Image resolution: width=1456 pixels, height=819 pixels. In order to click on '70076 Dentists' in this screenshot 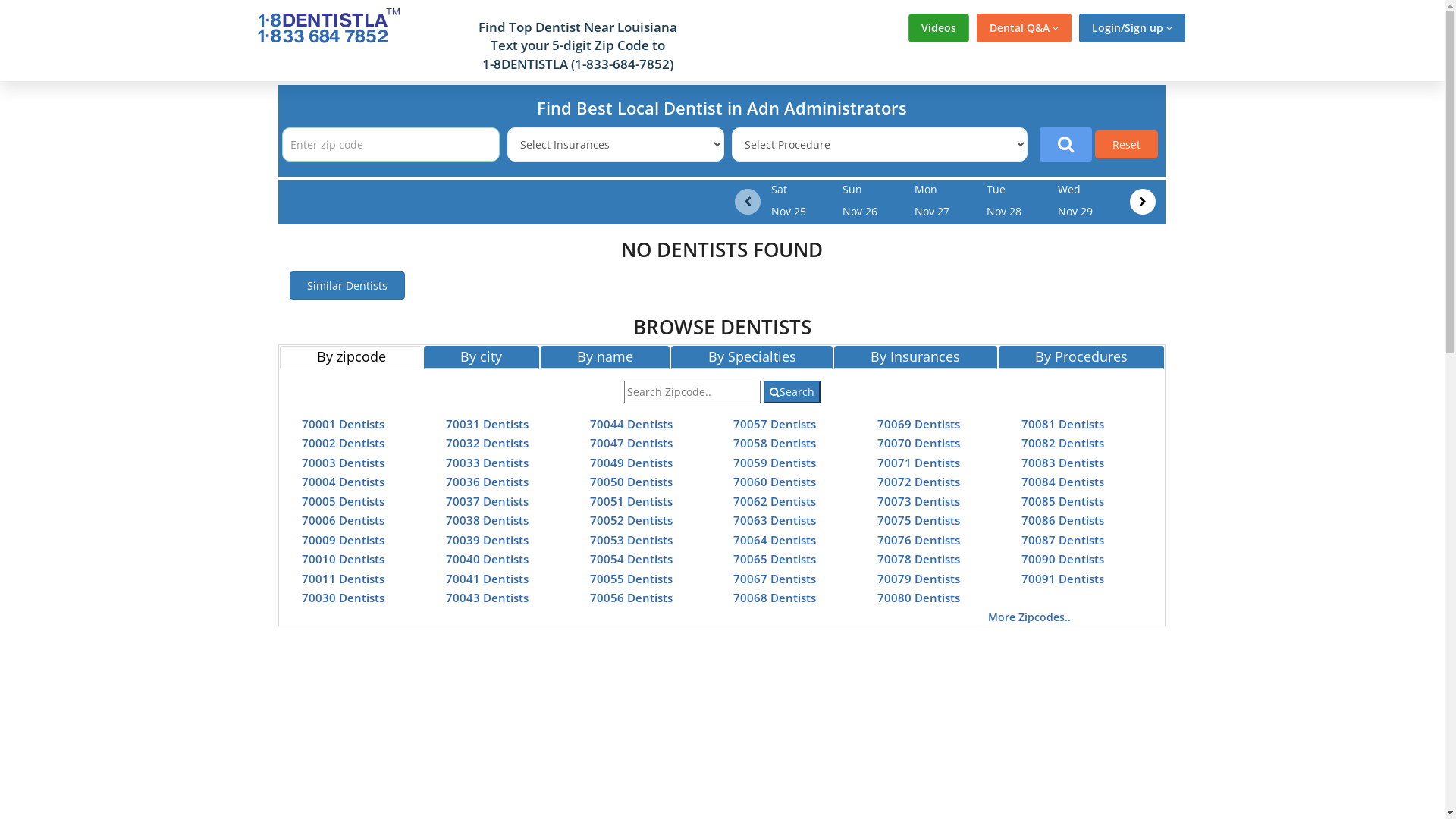, I will do `click(918, 539)`.